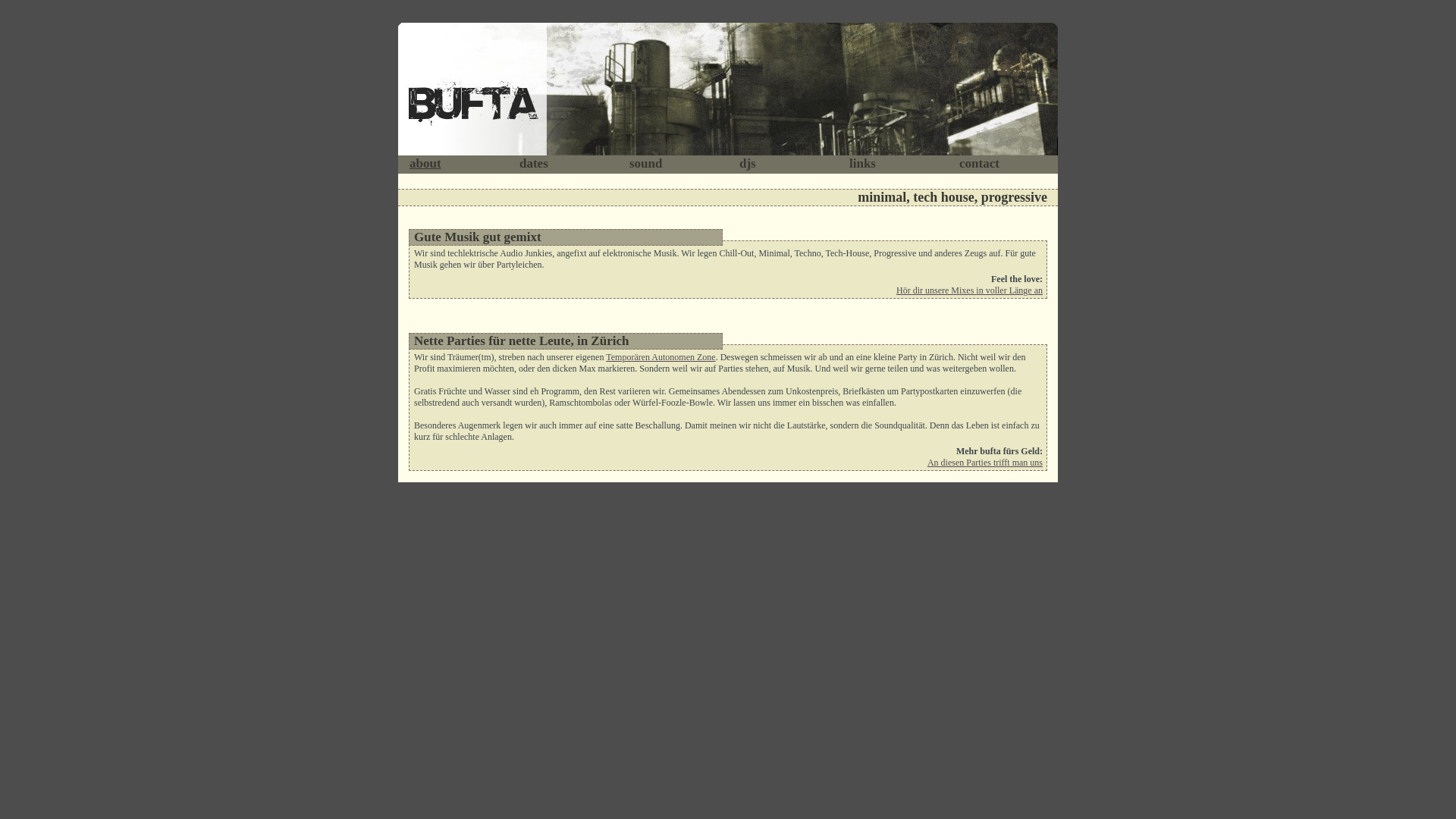  What do you see at coordinates (979, 163) in the screenshot?
I see `'contact'` at bounding box center [979, 163].